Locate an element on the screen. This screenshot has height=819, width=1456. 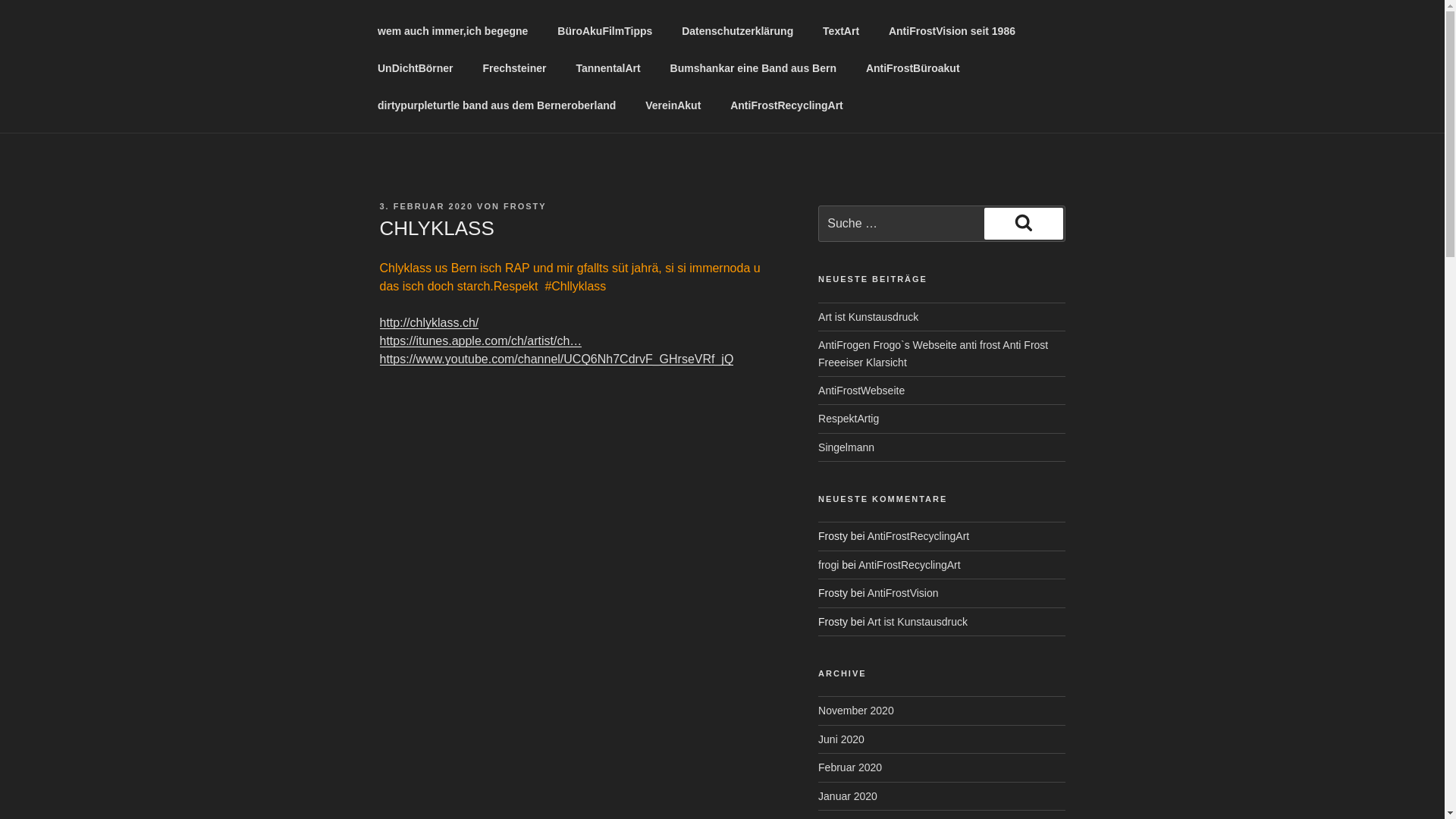
'Suche' is located at coordinates (984, 223).